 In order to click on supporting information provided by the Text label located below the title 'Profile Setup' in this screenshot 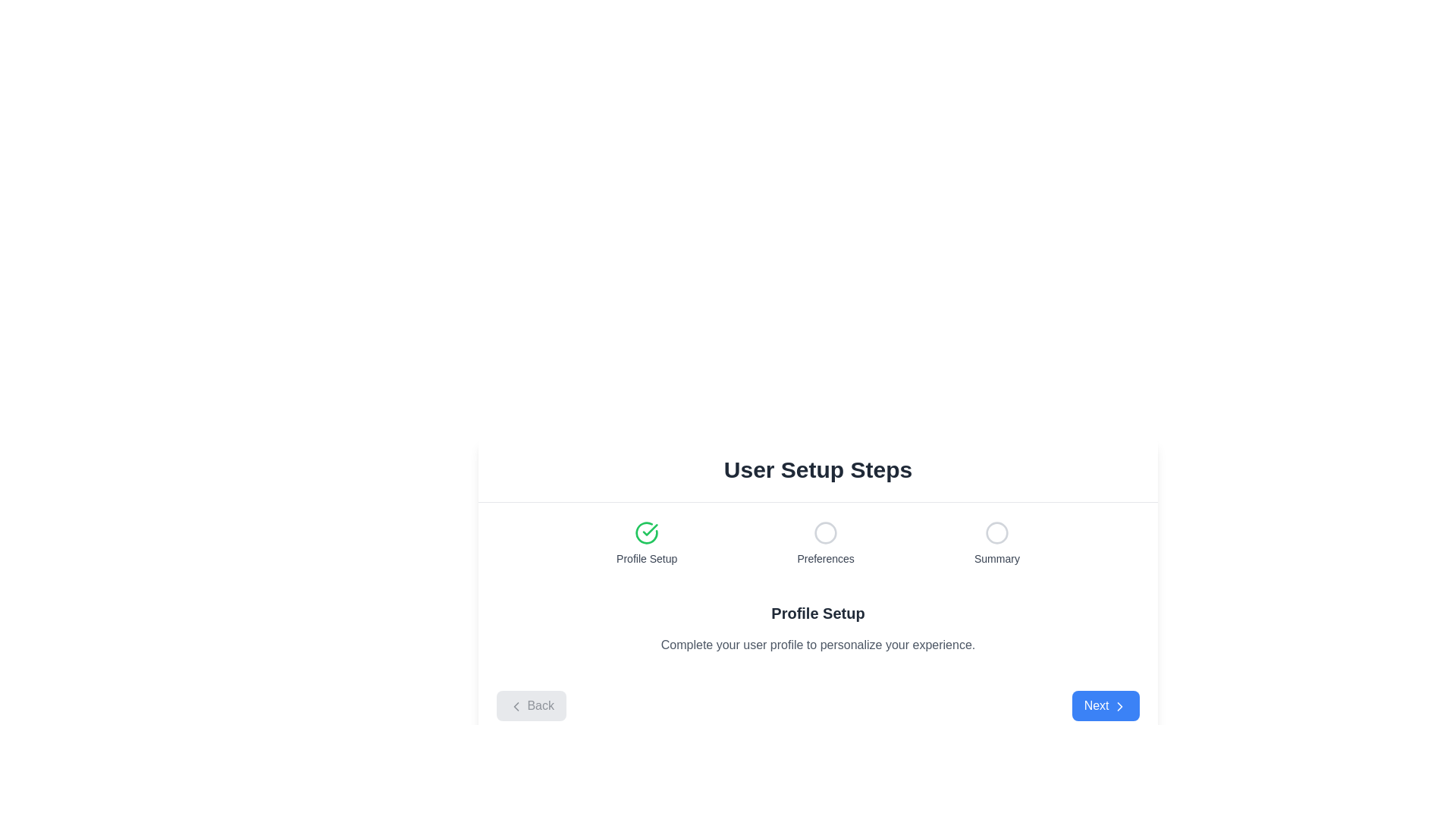, I will do `click(817, 645)`.